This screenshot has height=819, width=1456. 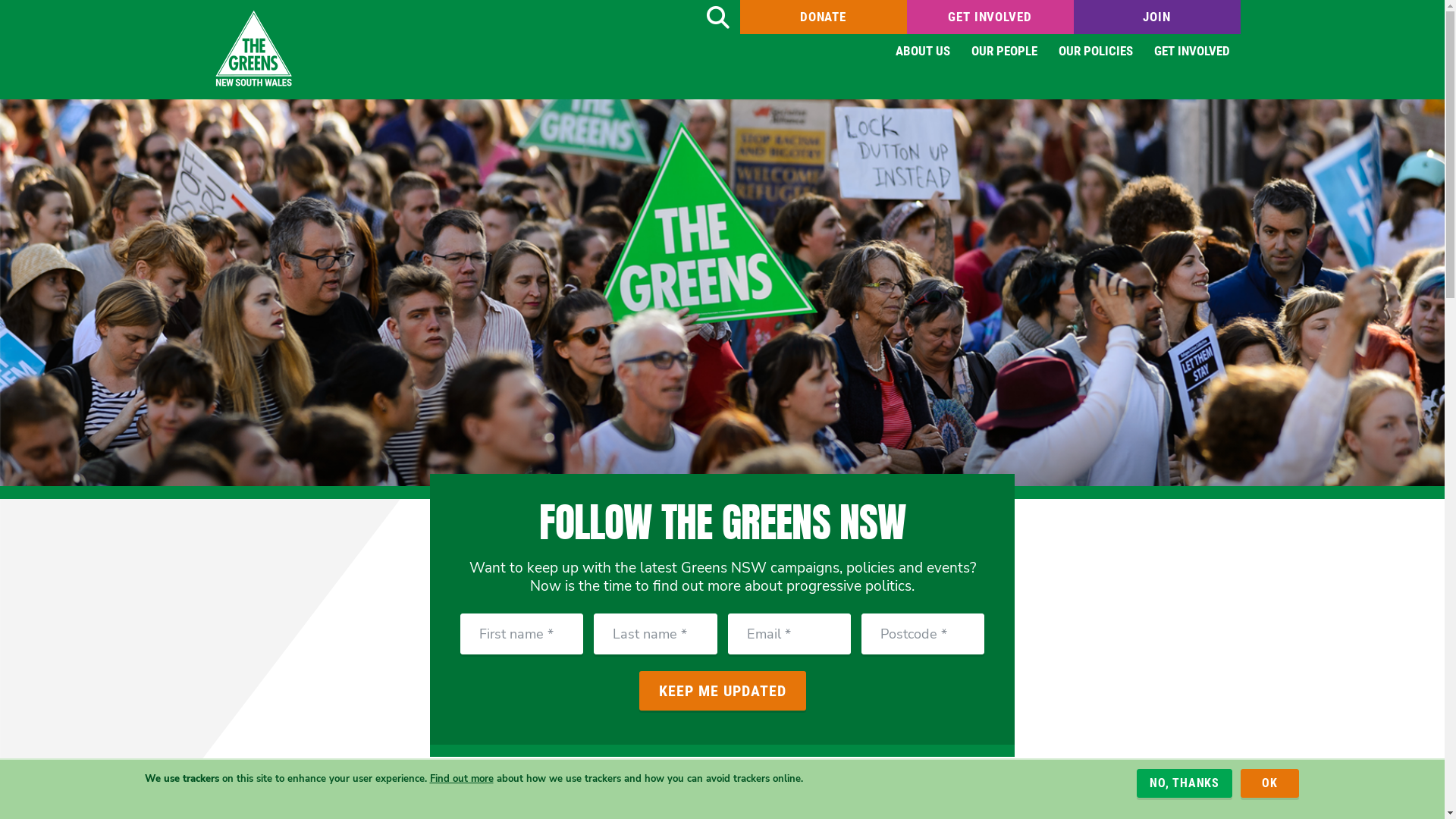 I want to click on 'JOIN', so click(x=1073, y=17).